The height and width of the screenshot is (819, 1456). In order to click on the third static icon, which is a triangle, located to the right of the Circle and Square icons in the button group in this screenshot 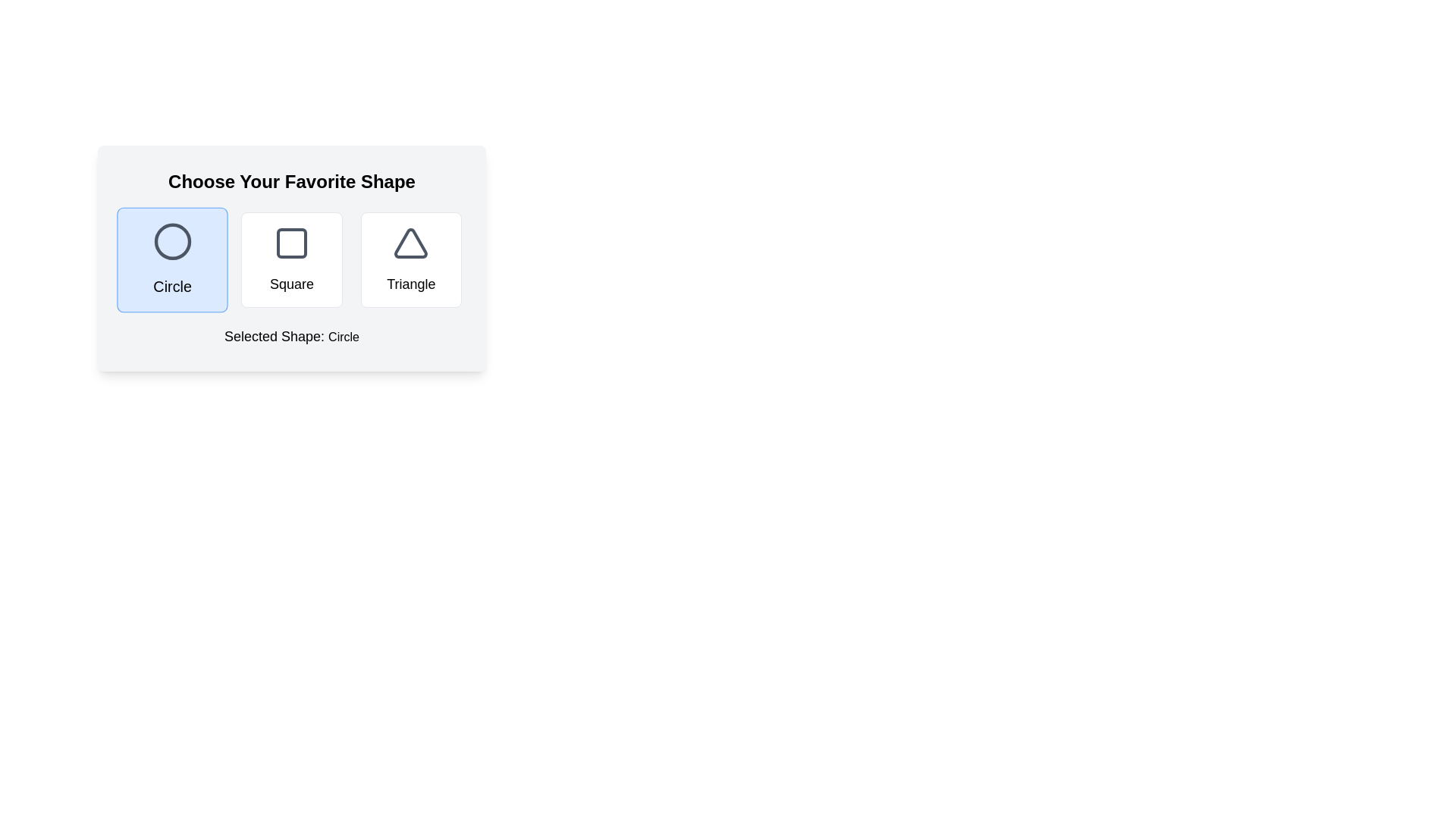, I will do `click(411, 242)`.